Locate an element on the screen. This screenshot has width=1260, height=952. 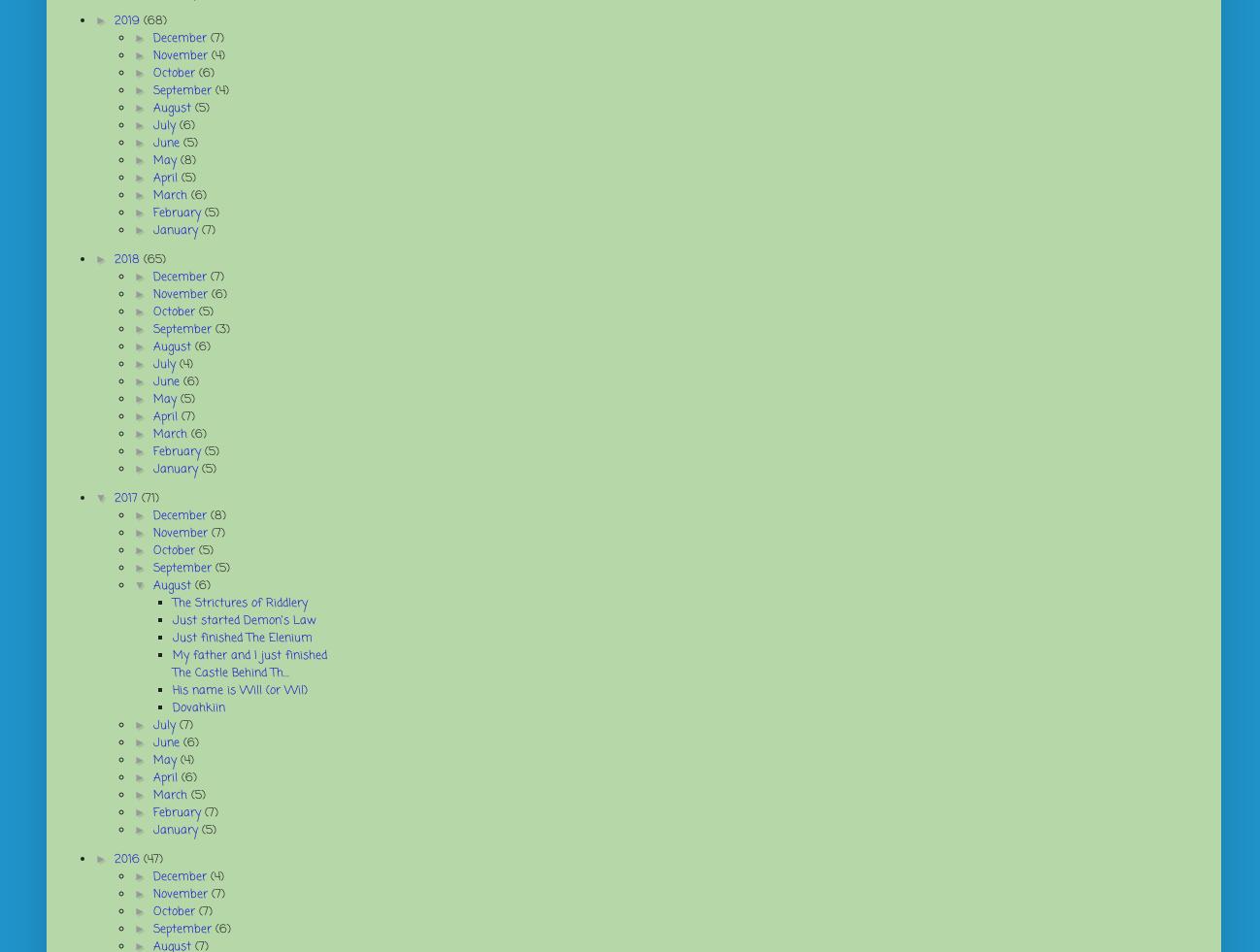
'2016' is located at coordinates (127, 860).